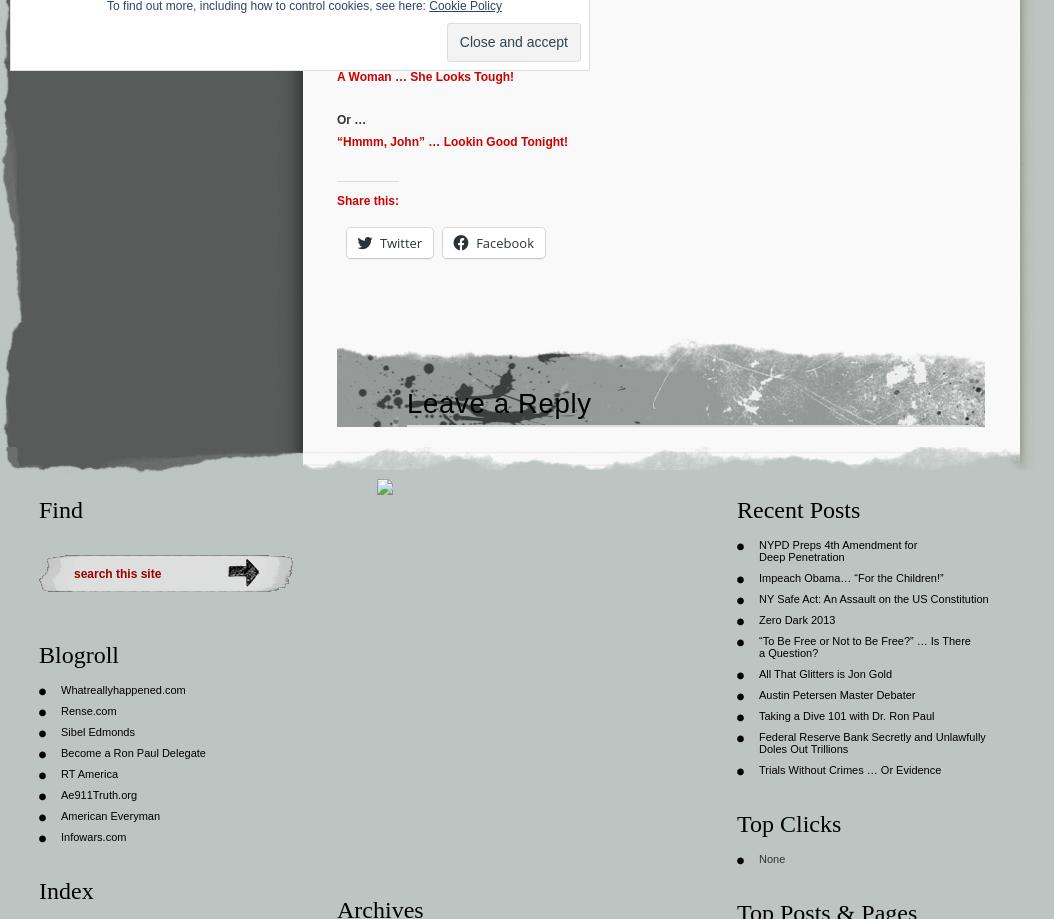  Describe the element at coordinates (797, 508) in the screenshot. I see `'Recent Posts'` at that location.